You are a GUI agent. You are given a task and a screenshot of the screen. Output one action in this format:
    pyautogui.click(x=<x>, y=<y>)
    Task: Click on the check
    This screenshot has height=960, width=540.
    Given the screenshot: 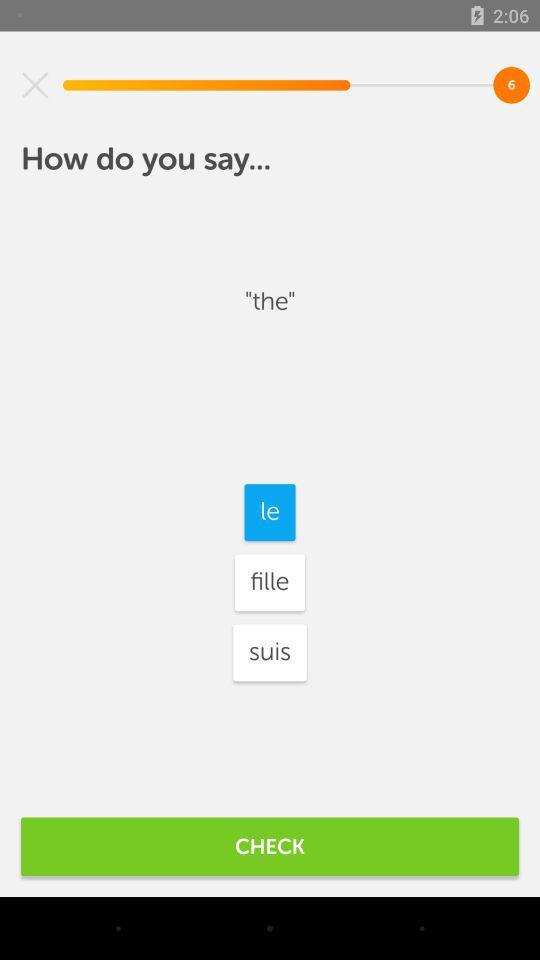 What is the action you would take?
    pyautogui.click(x=270, y=845)
    